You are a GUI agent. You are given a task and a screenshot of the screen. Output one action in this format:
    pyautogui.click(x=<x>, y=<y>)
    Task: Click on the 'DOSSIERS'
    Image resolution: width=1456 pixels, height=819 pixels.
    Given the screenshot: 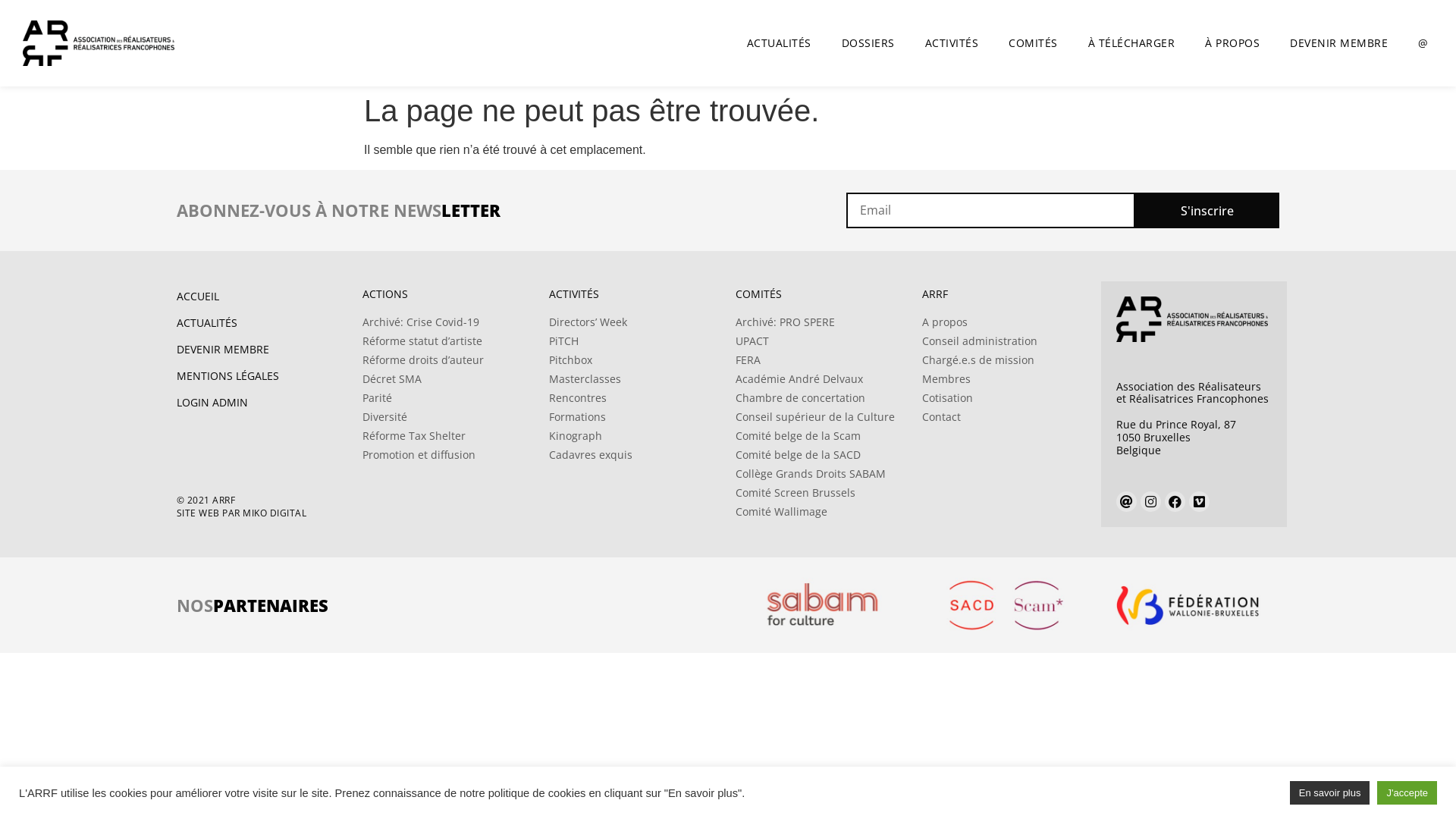 What is the action you would take?
    pyautogui.click(x=868, y=42)
    